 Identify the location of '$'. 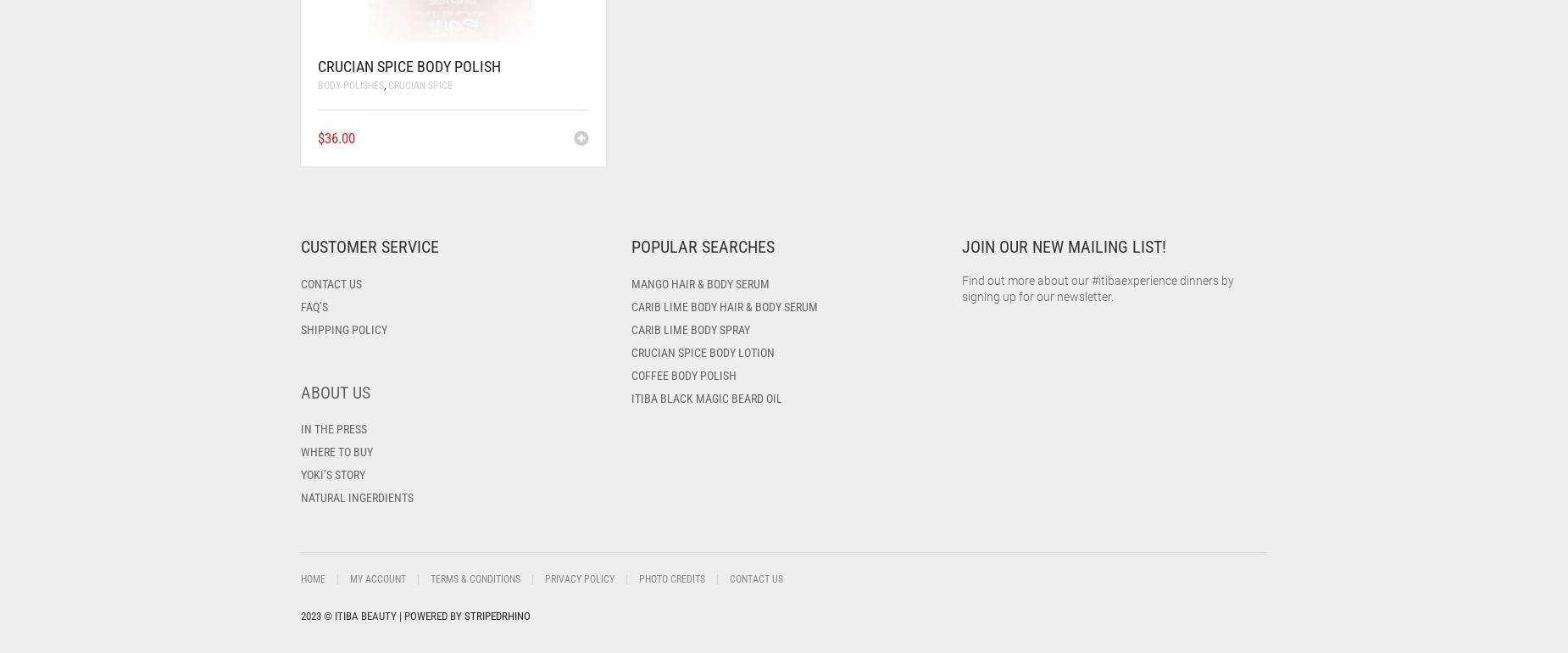
(320, 137).